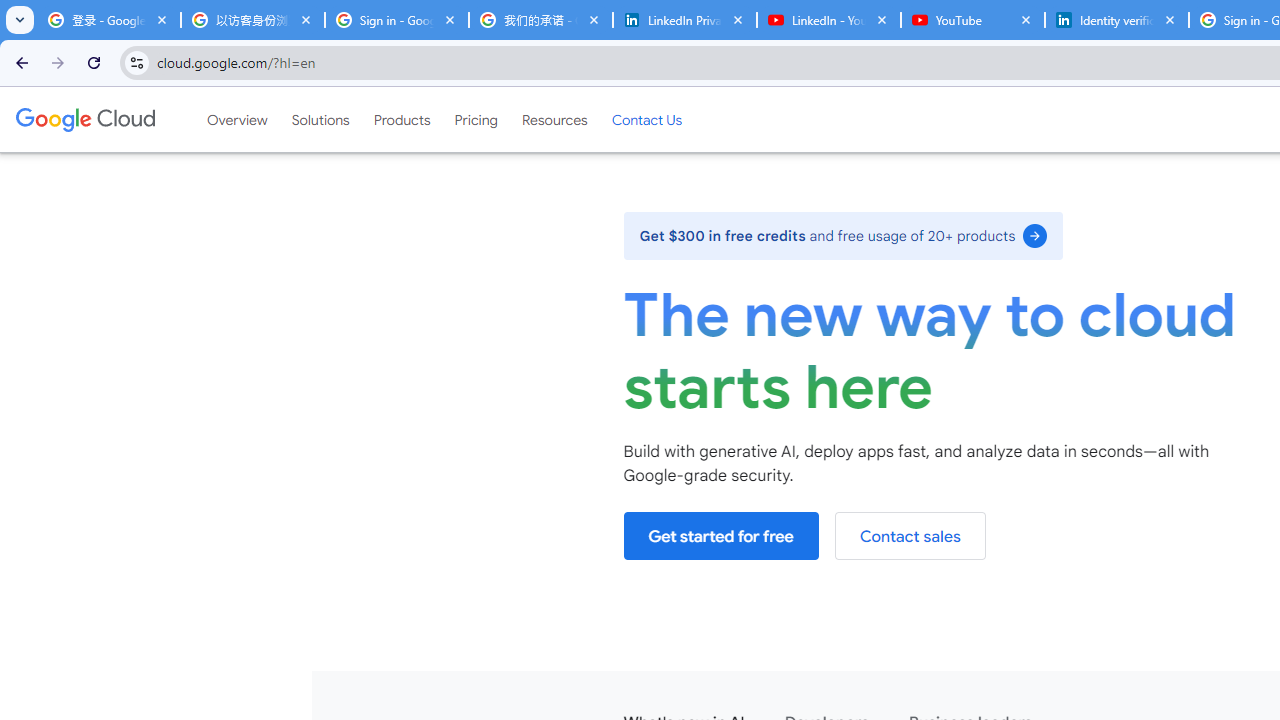  What do you see at coordinates (828, 20) in the screenshot?
I see `'LinkedIn - YouTube'` at bounding box center [828, 20].